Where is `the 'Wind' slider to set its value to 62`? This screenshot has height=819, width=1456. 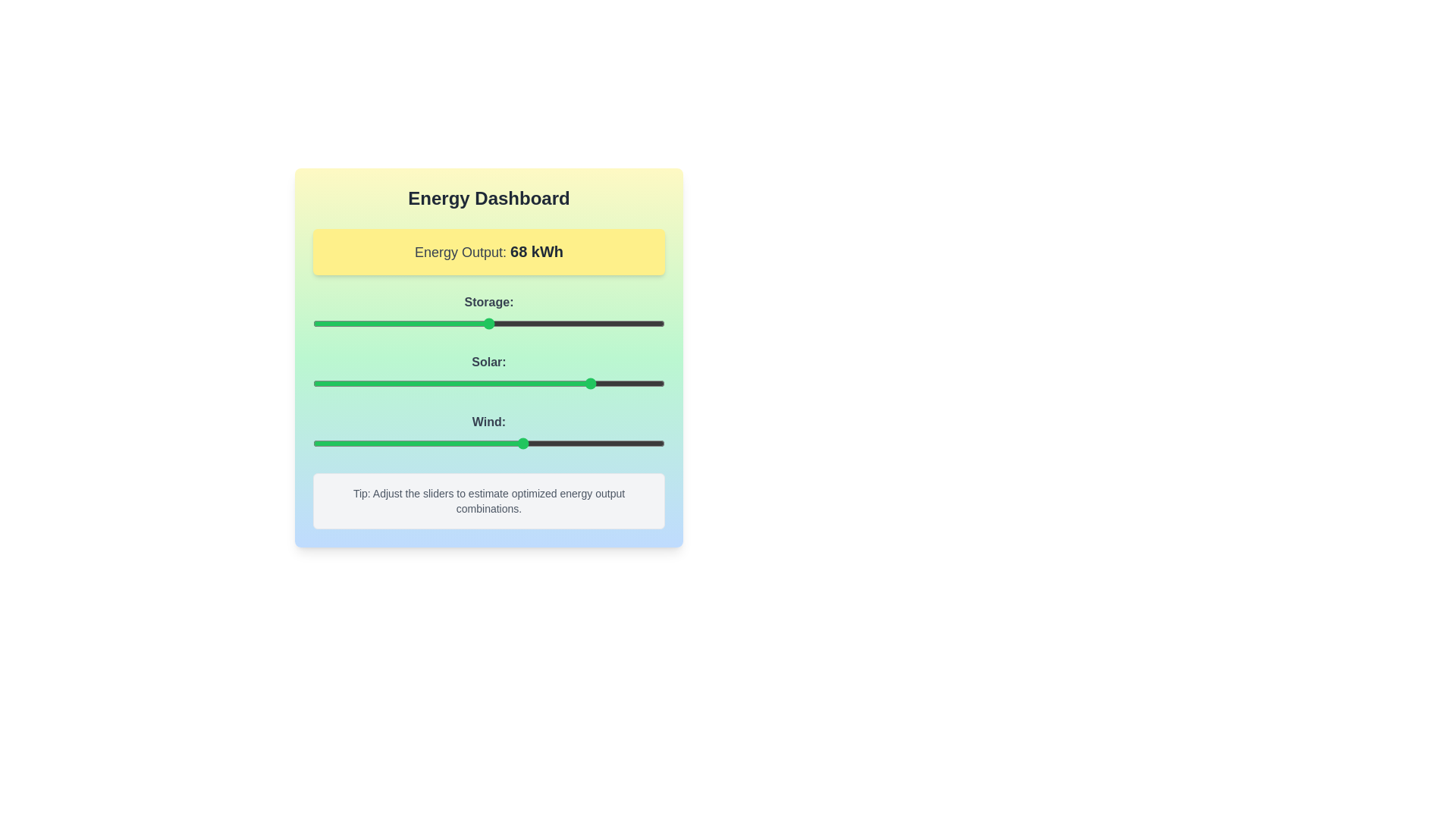
the 'Wind' slider to set its value to 62 is located at coordinates (531, 444).